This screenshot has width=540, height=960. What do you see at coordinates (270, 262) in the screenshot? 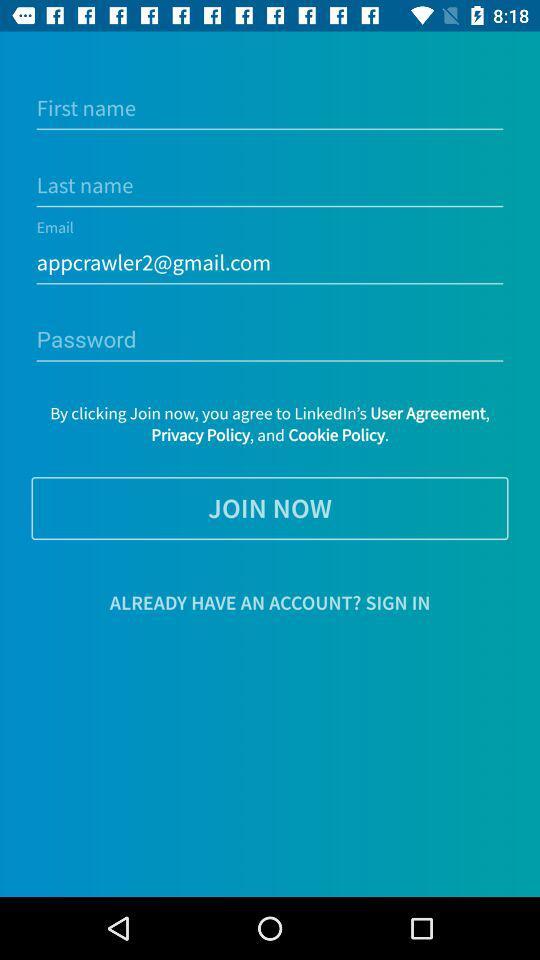
I see `appcrawler2@gmail.com icon` at bounding box center [270, 262].